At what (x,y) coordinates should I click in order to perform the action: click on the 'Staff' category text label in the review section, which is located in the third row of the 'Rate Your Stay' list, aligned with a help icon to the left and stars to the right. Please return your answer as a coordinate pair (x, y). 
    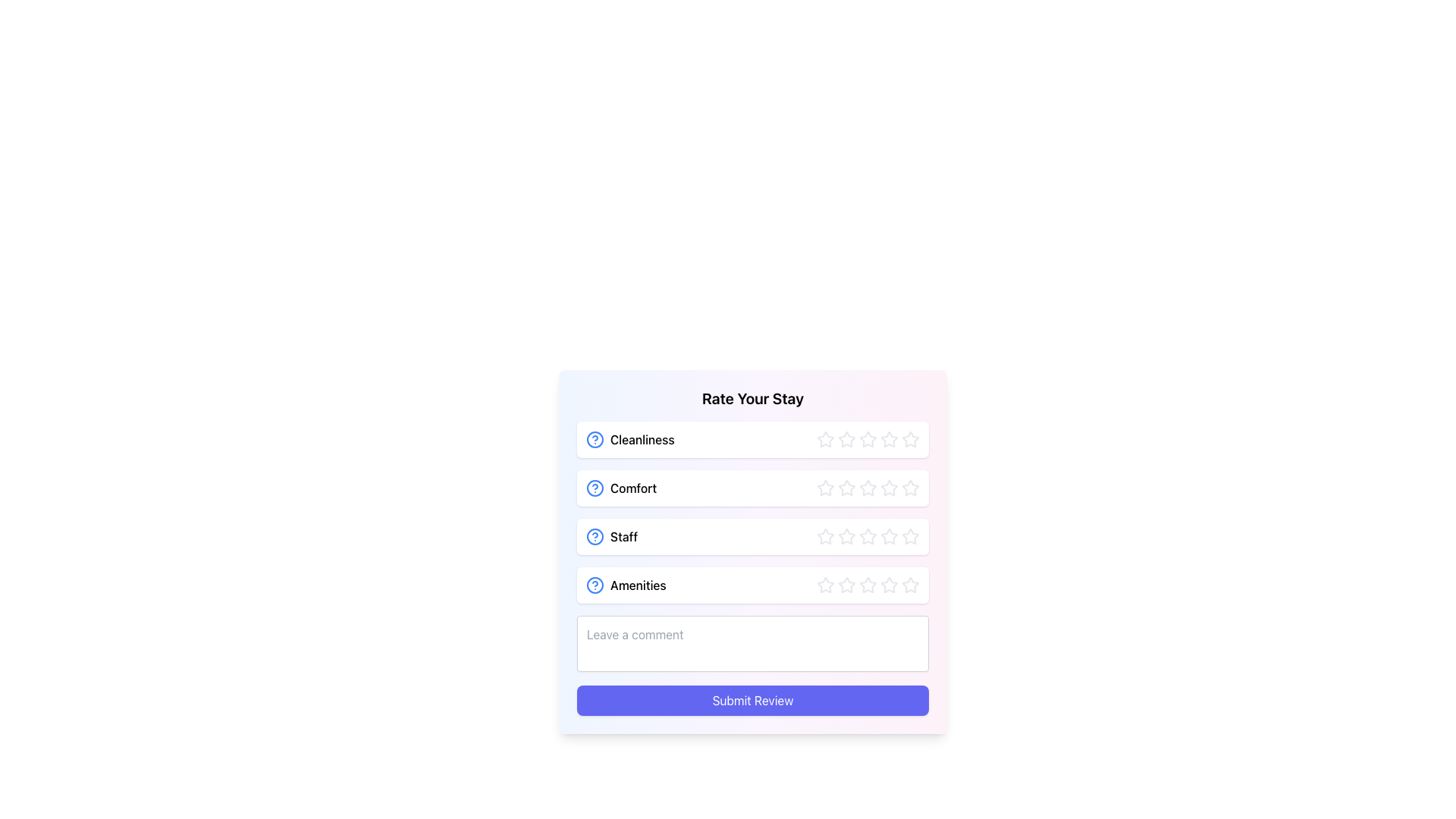
    Looking at the image, I should click on (624, 536).